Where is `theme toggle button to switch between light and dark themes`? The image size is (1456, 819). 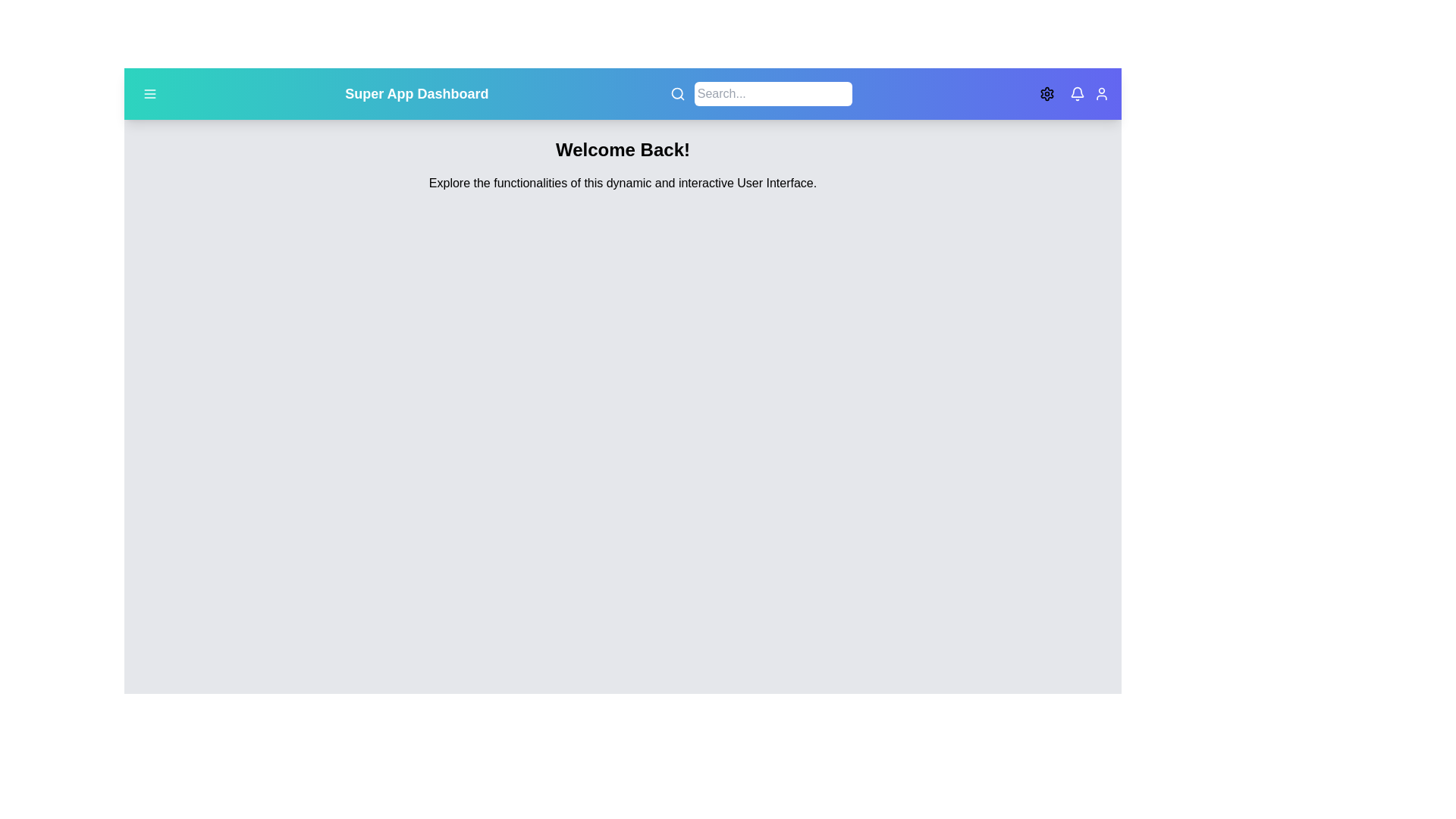
theme toggle button to switch between light and dark themes is located at coordinates (1046, 93).